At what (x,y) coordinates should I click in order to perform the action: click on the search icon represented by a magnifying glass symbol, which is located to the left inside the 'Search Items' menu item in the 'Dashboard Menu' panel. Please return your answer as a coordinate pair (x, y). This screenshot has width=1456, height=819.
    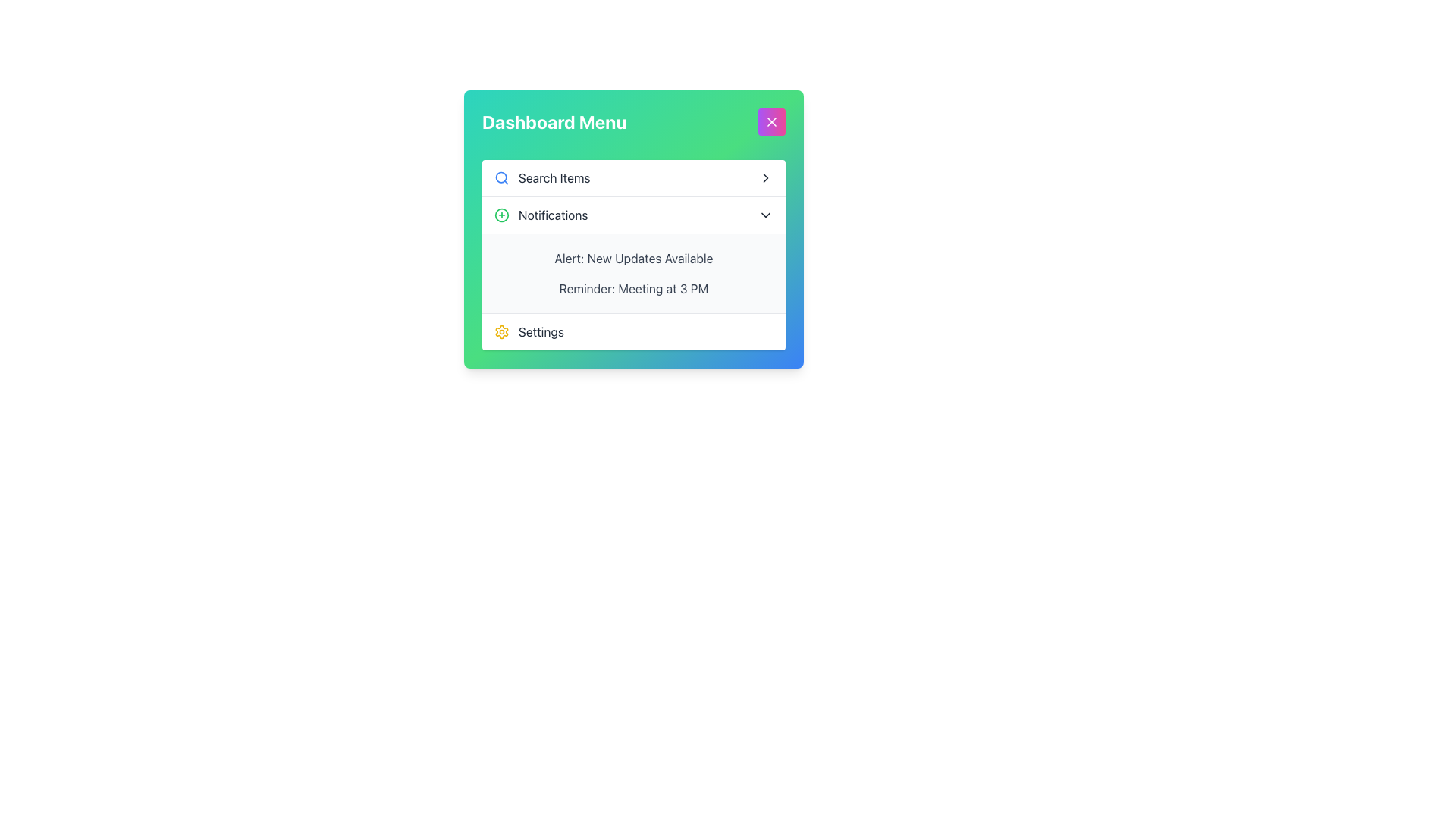
    Looking at the image, I should click on (502, 177).